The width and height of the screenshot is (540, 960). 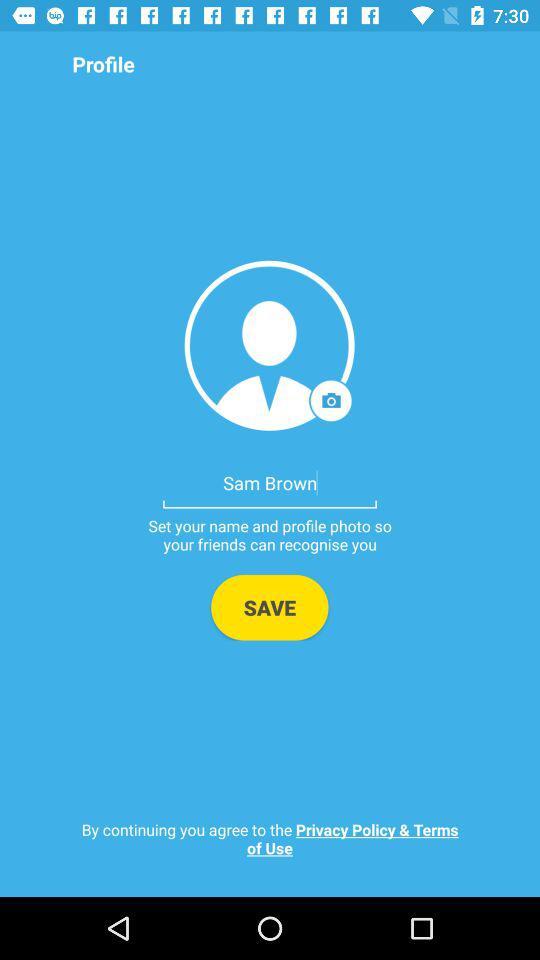 What do you see at coordinates (270, 481) in the screenshot?
I see `the sam brown` at bounding box center [270, 481].